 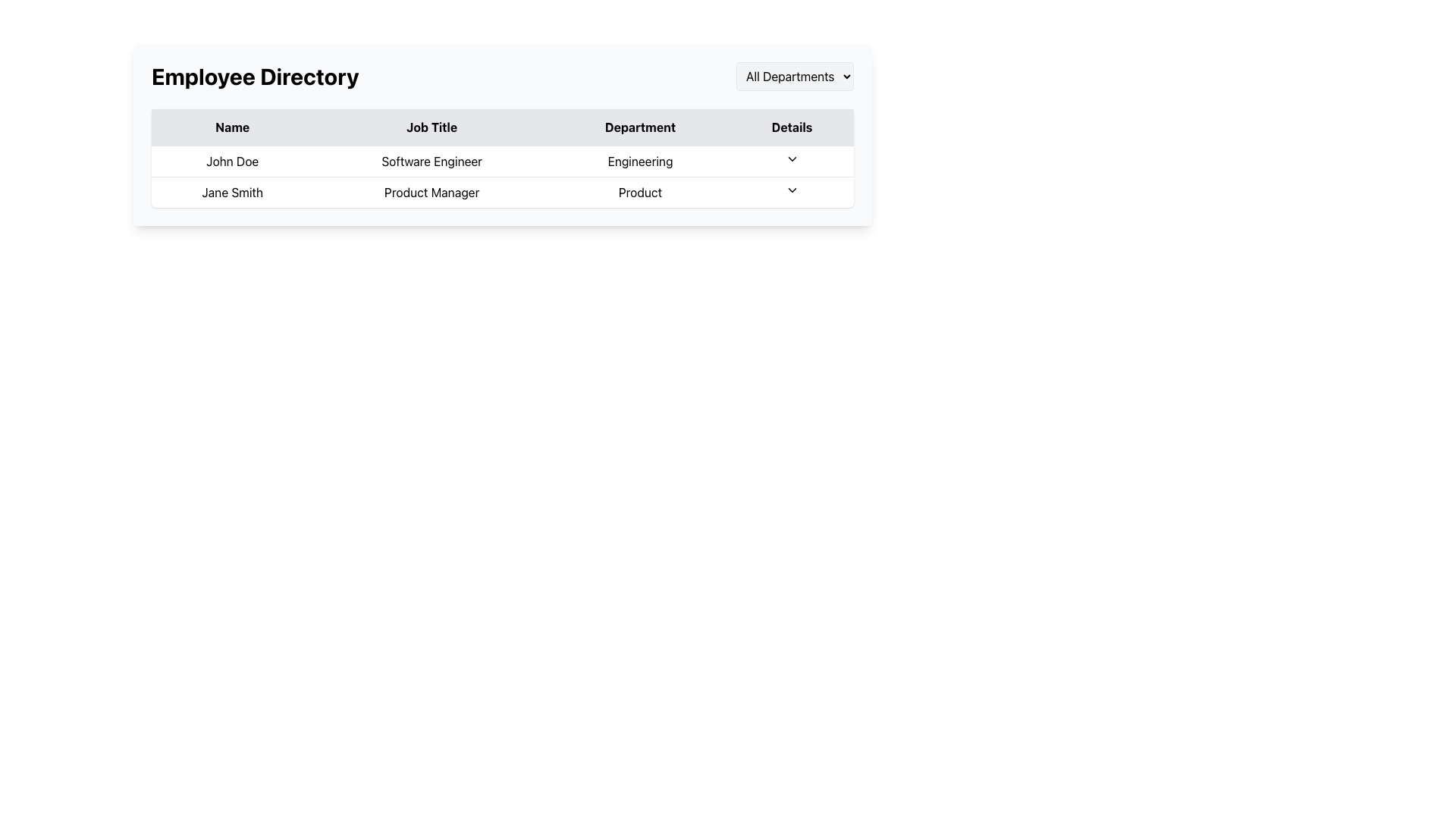 I want to click on the Dropdown Indicator icon in the 'Details' column of the first row in the 'Employee Directory' table, so click(x=791, y=161).